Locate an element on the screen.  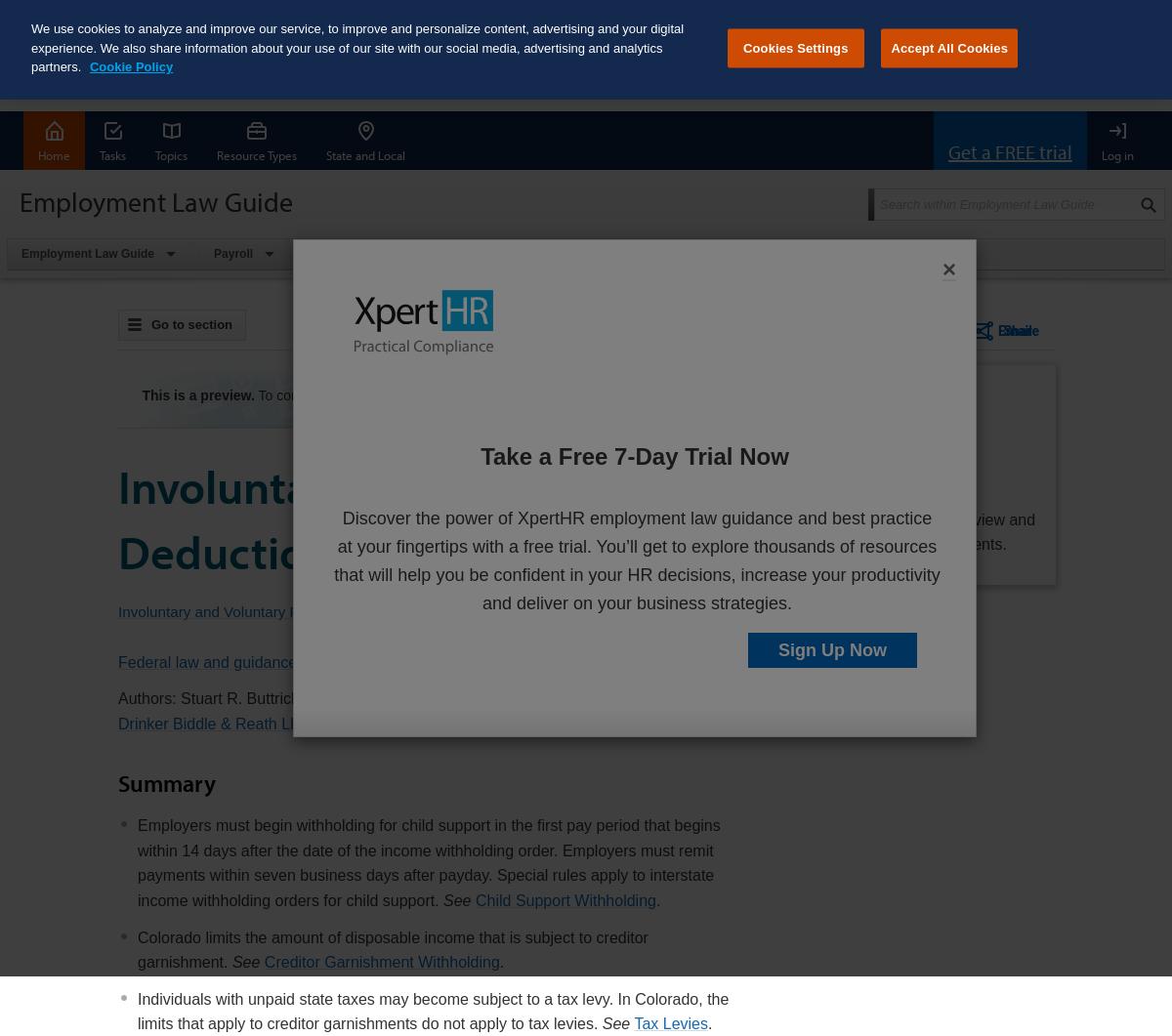
'Colorado limits the amount of disposable income that is subject to creditor garnishment.' is located at coordinates (393, 948).